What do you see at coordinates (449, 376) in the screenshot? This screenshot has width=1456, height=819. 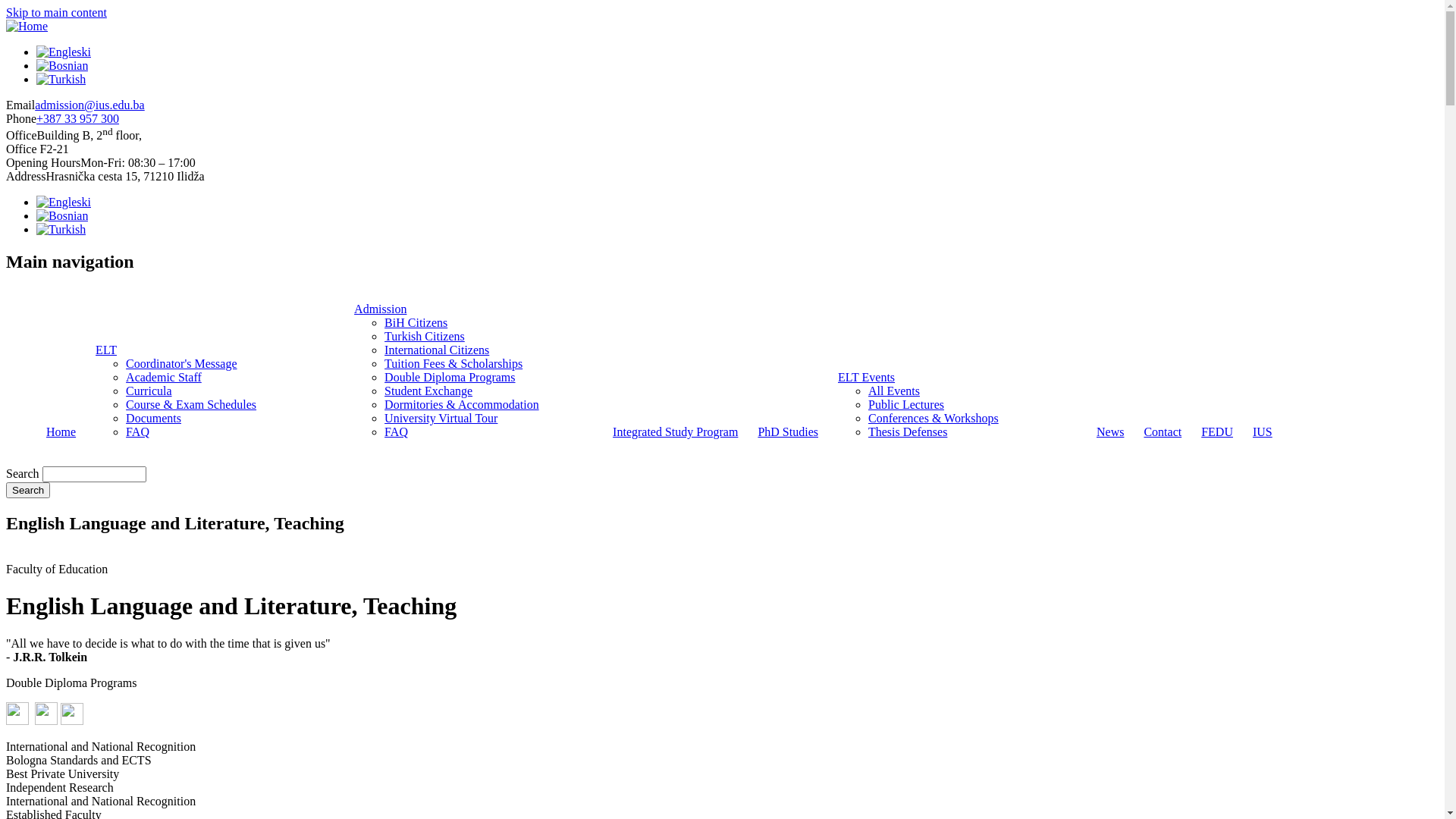 I see `'Double Diploma Programs'` at bounding box center [449, 376].